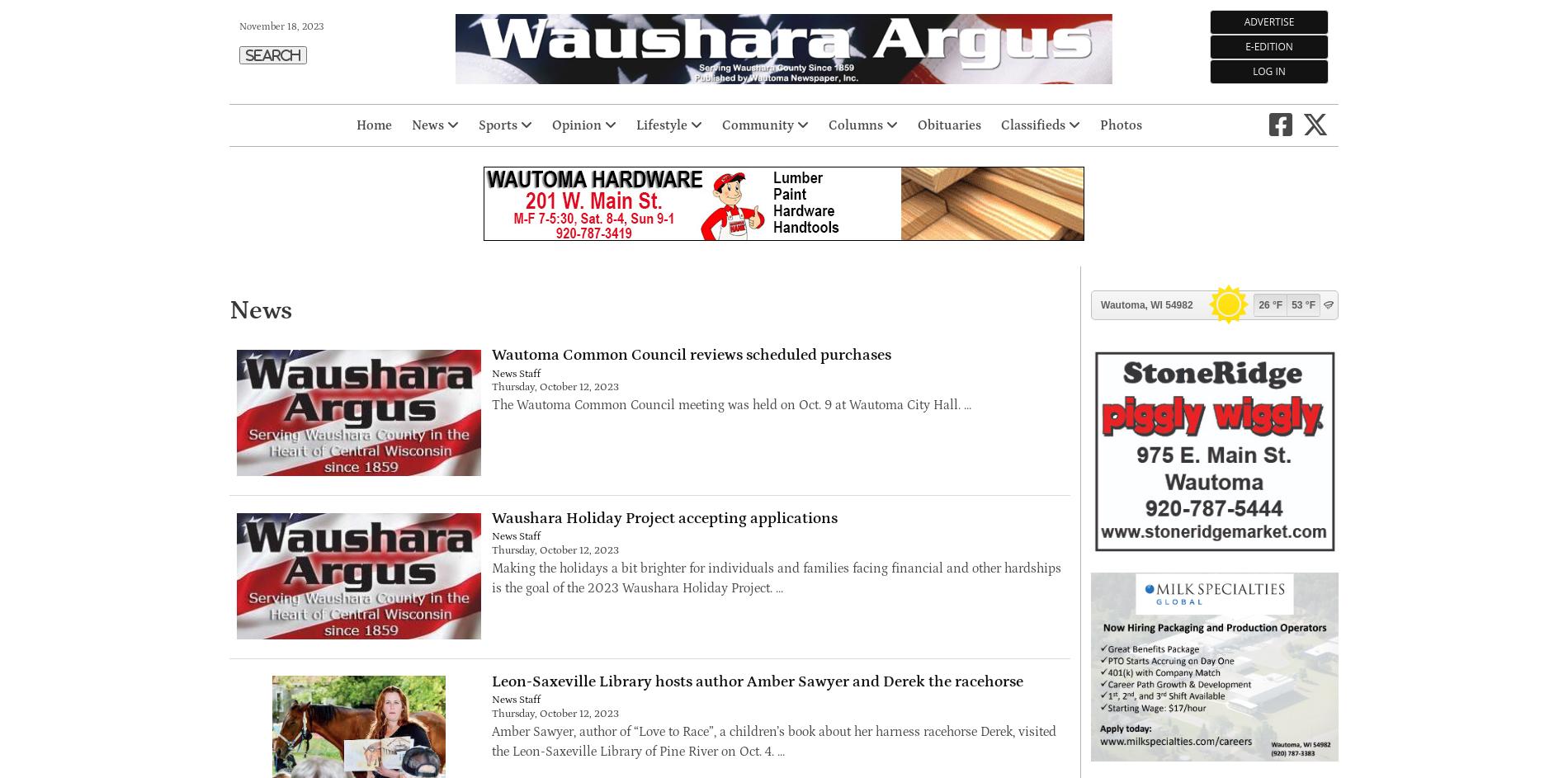 This screenshot has height=778, width=1568. Describe the element at coordinates (856, 125) in the screenshot. I see `'Columns'` at that location.